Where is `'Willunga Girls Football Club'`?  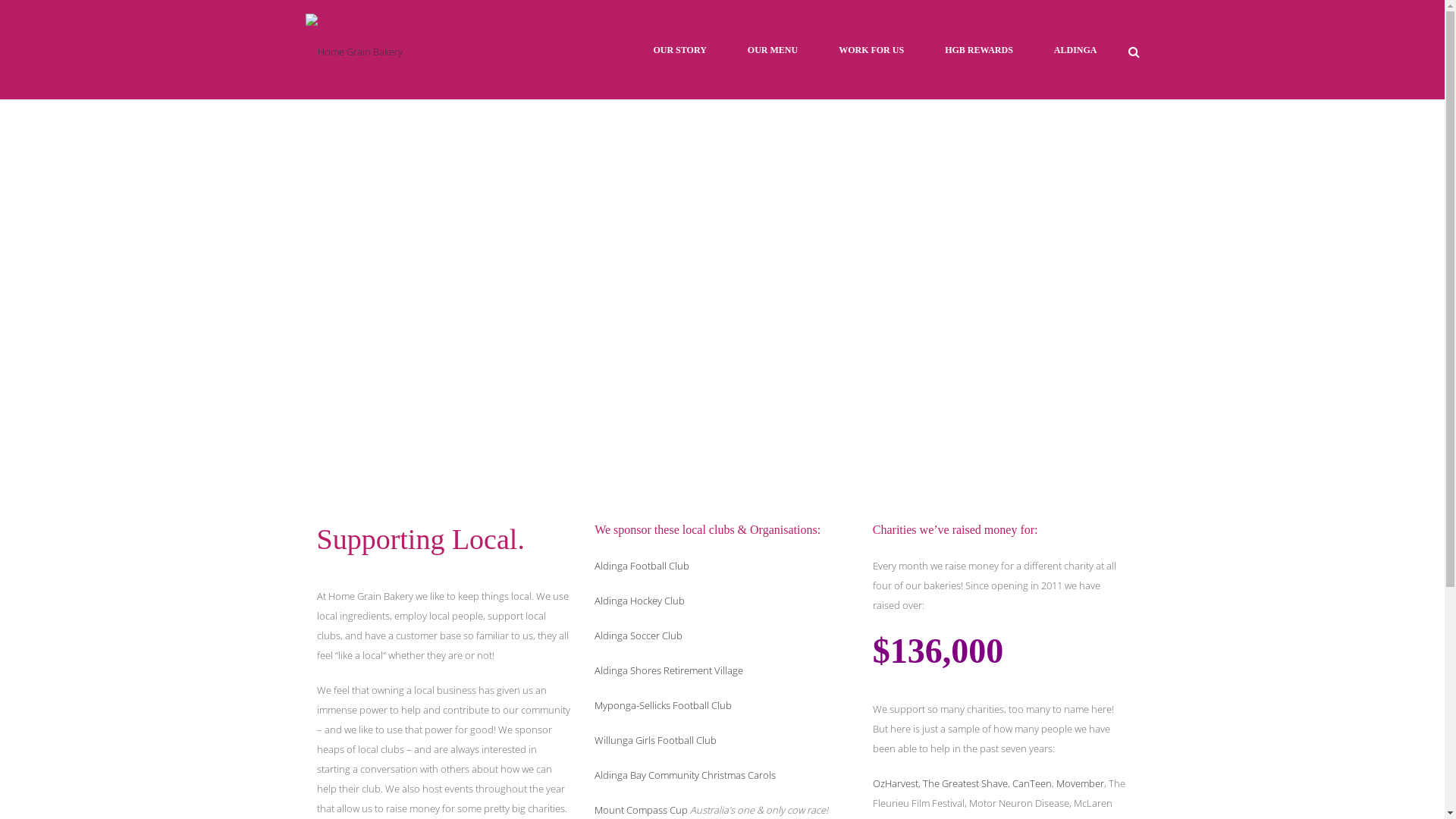 'Willunga Girls Football Club' is located at coordinates (655, 739).